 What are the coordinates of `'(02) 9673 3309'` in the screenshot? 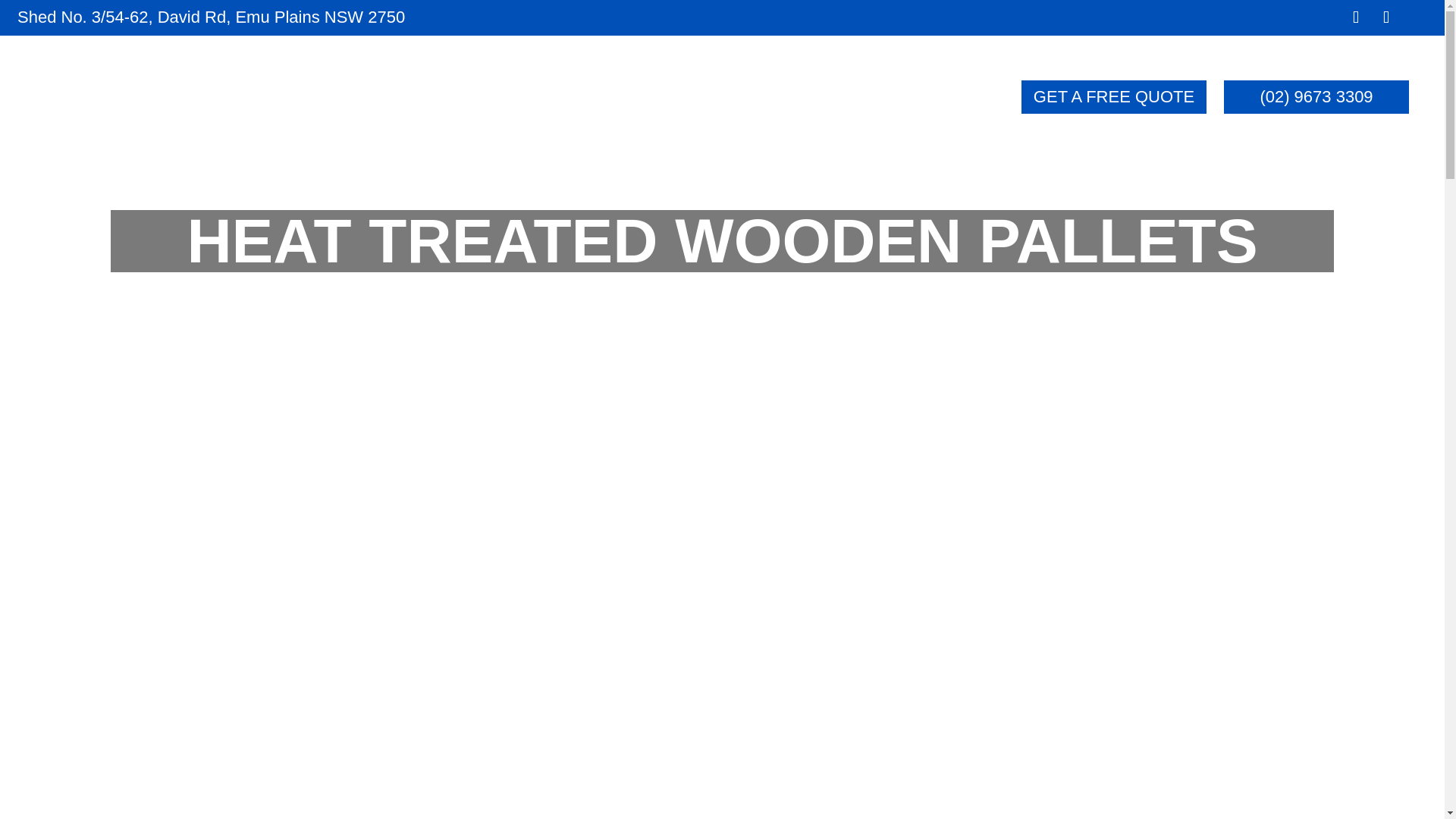 It's located at (1316, 96).